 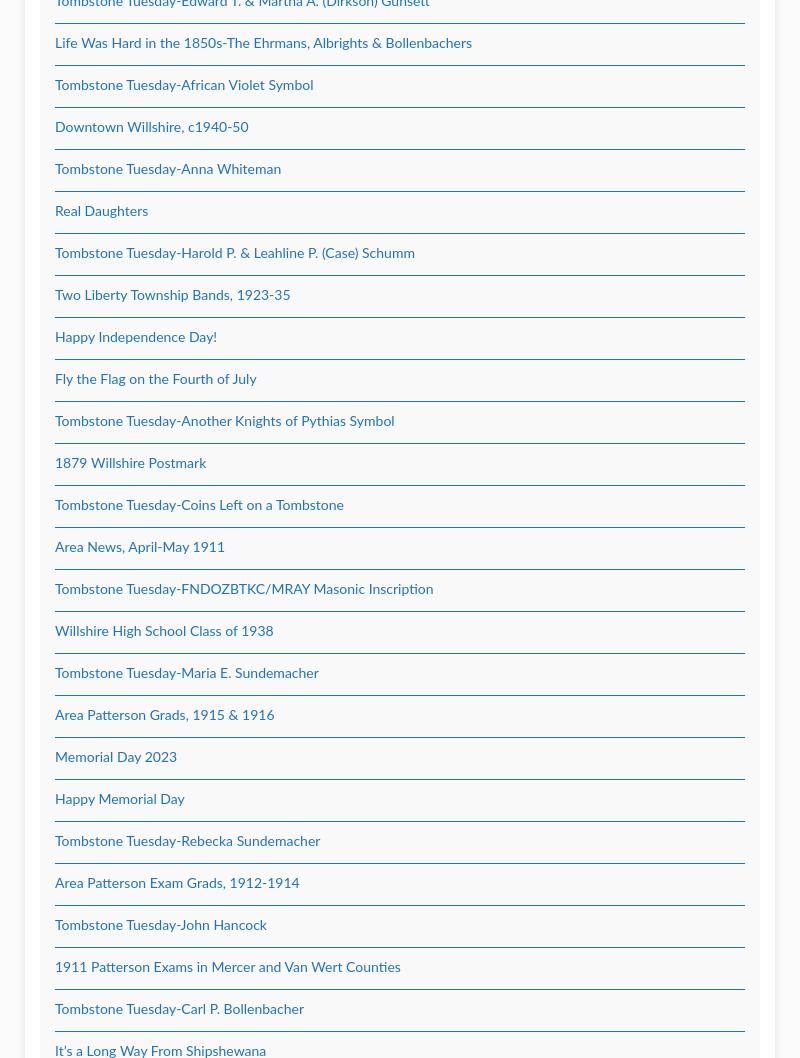 I want to click on 'Memorial Day 2023', so click(x=114, y=757).